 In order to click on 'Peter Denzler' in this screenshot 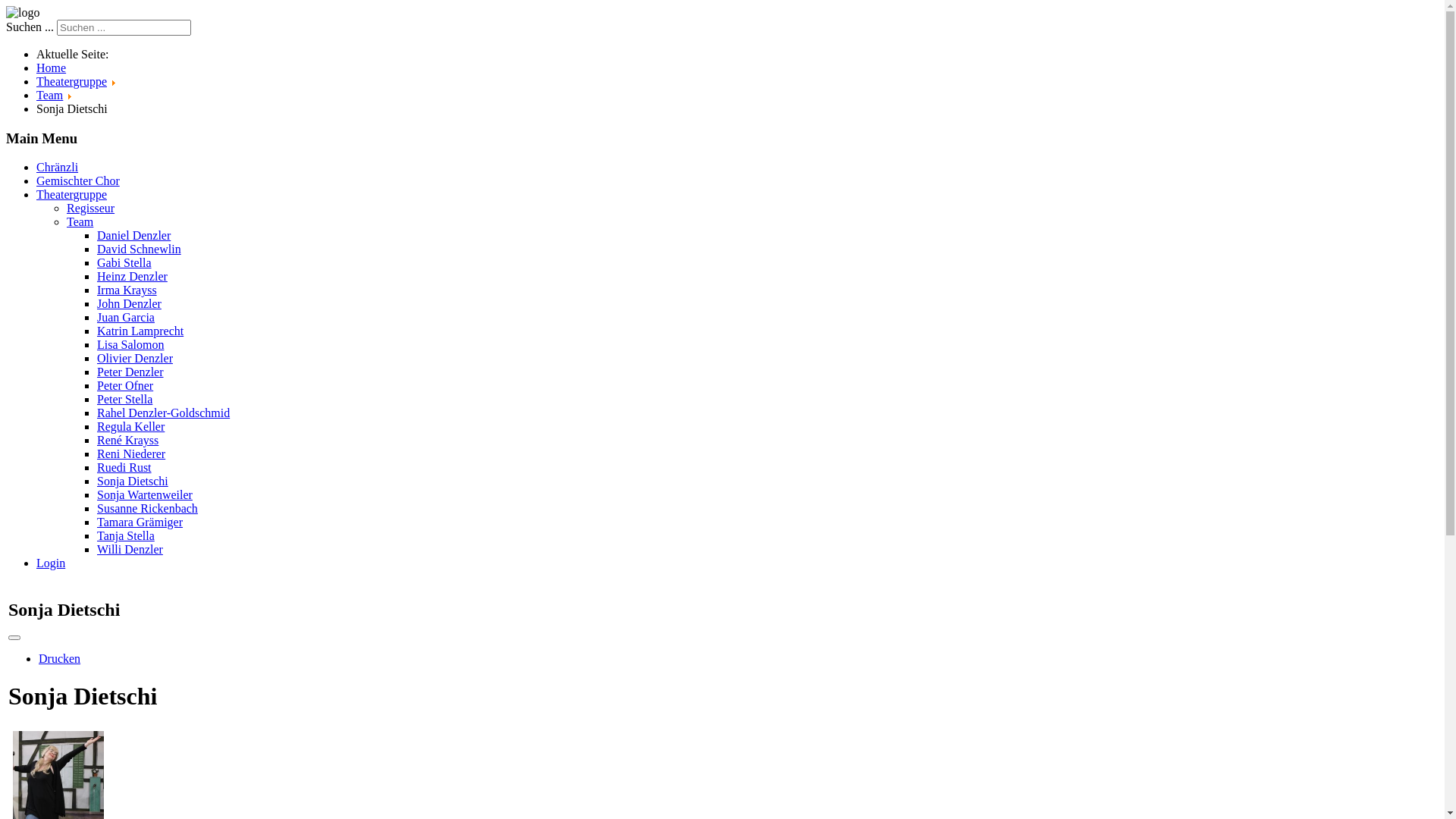, I will do `click(96, 372)`.